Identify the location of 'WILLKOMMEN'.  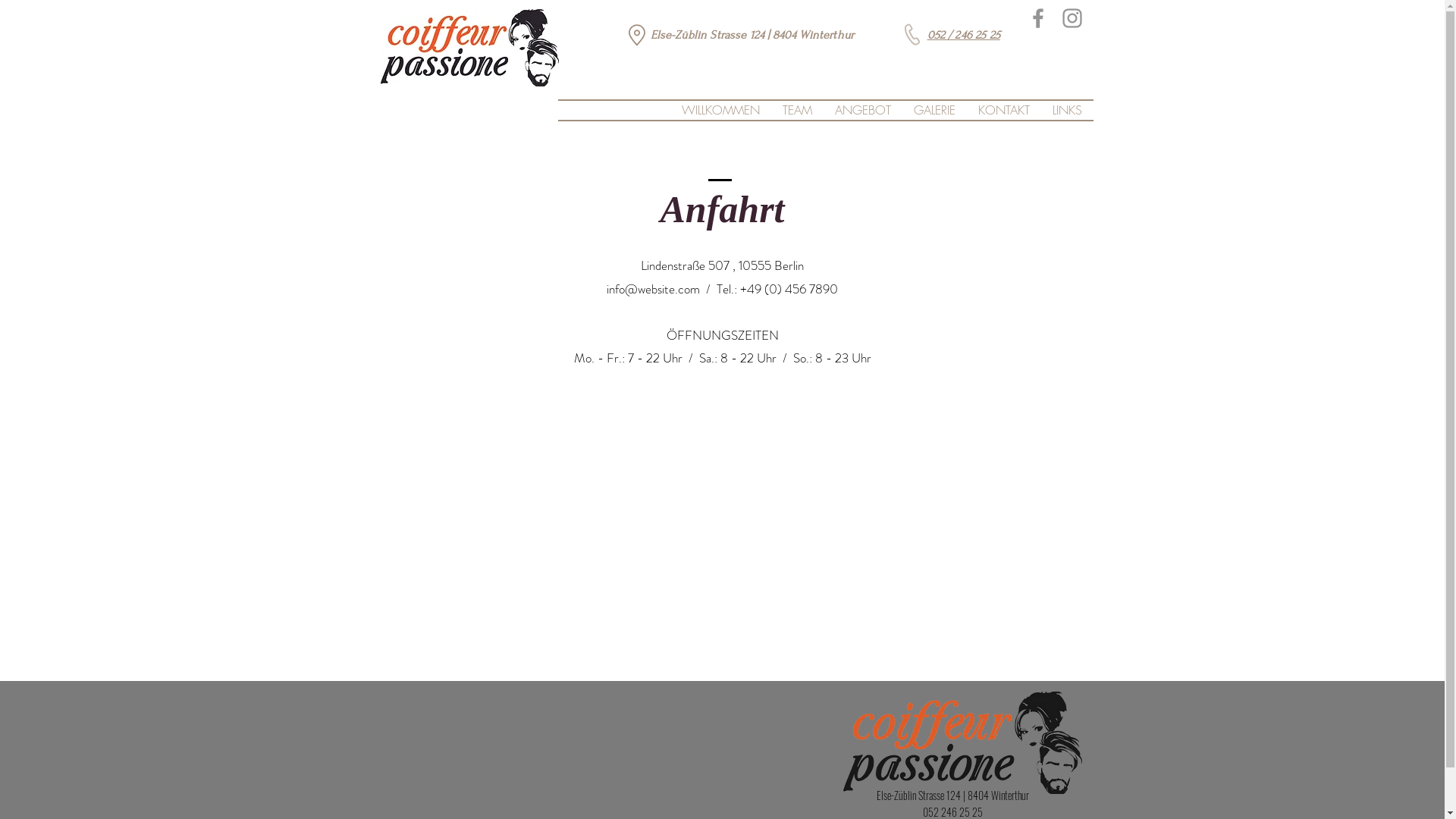
(720, 109).